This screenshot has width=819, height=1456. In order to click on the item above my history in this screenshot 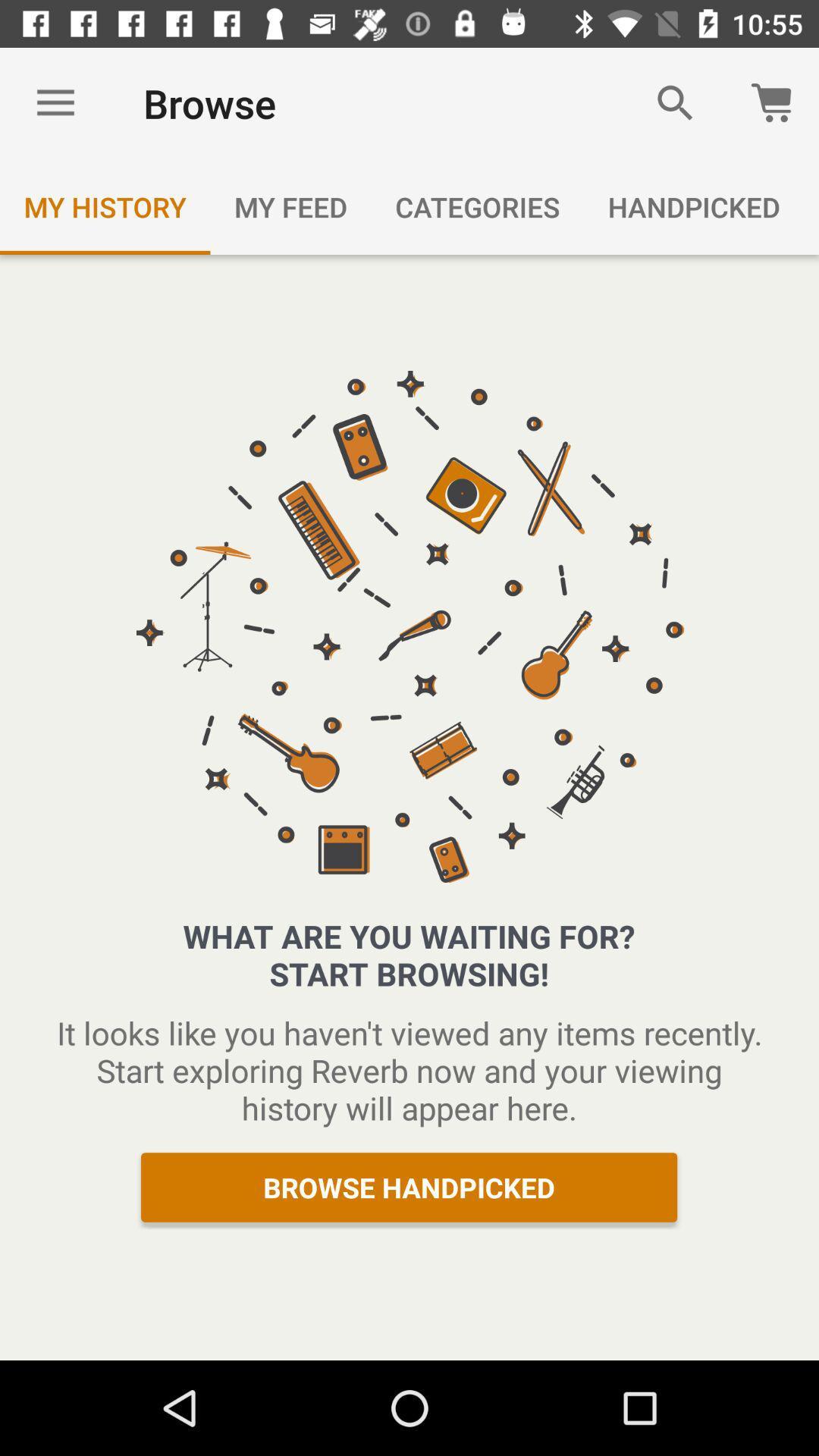, I will do `click(55, 102)`.